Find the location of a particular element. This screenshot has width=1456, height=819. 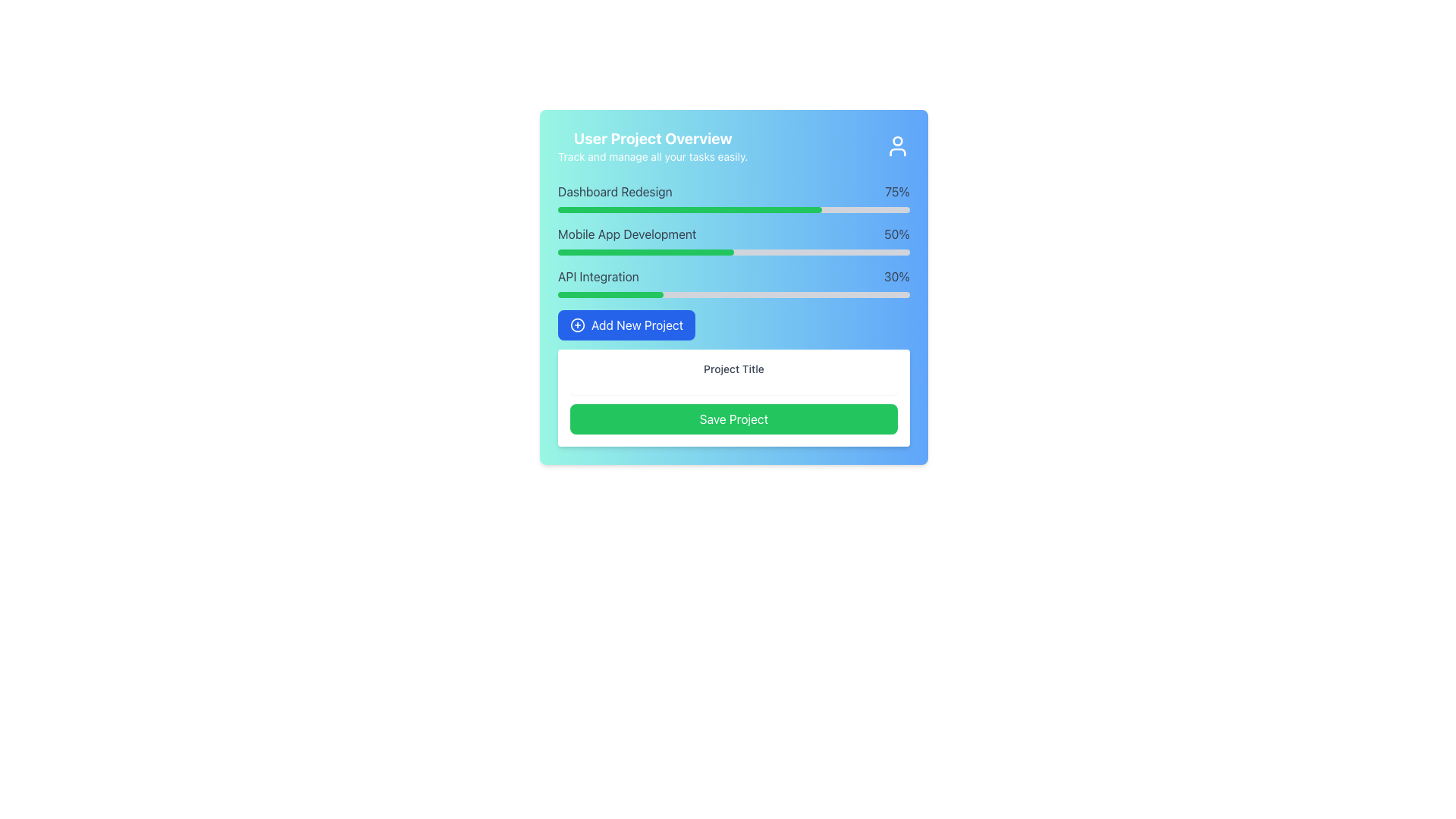

the Text Label displaying the percentage completion of the 'API Integration' task, located in the bottom-right corner of the API Integration section is located at coordinates (897, 277).